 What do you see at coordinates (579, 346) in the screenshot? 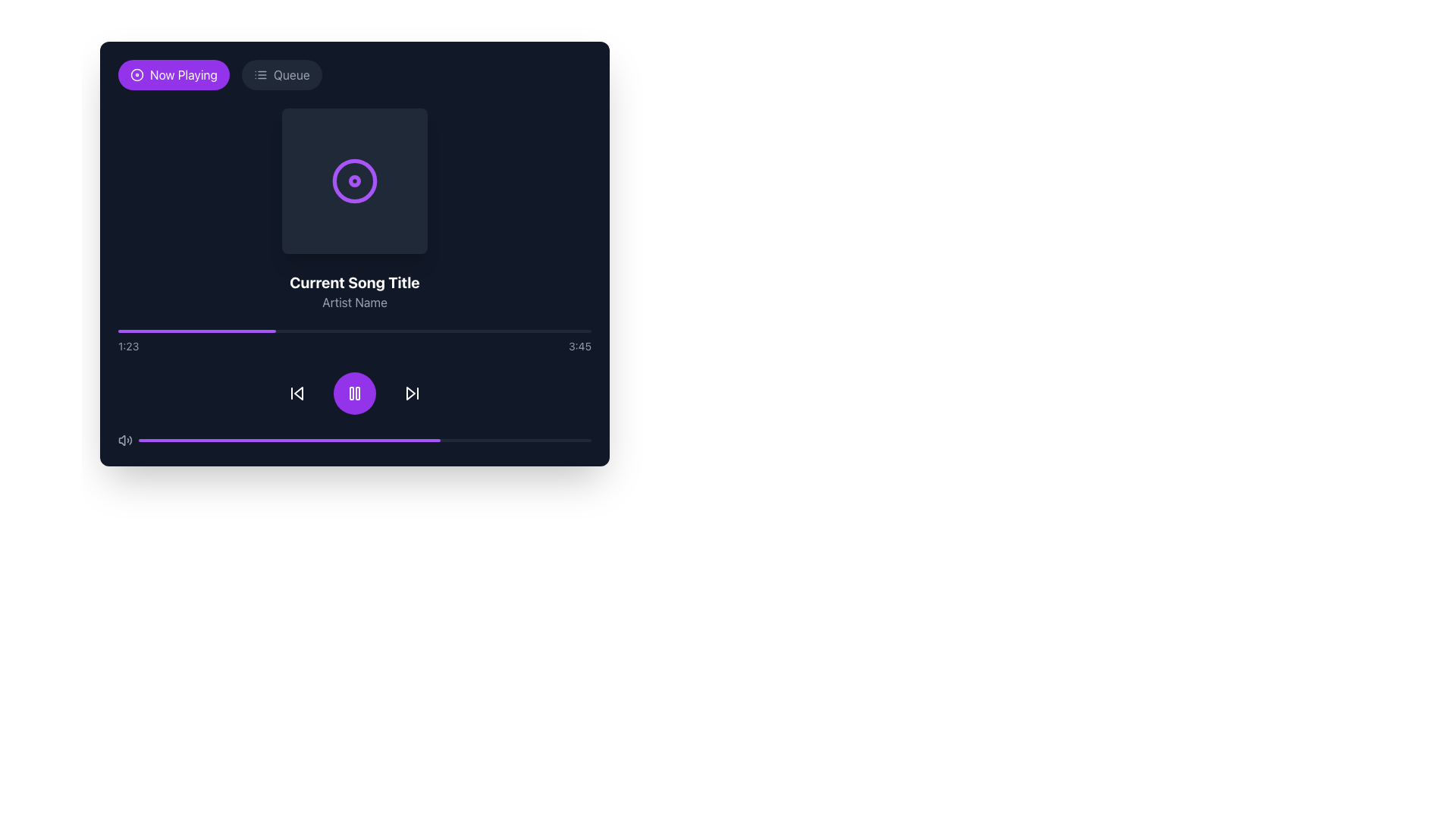
I see `the text label displaying '3:45', which is positioned on the far right next to a progress bar on a dark background` at bounding box center [579, 346].